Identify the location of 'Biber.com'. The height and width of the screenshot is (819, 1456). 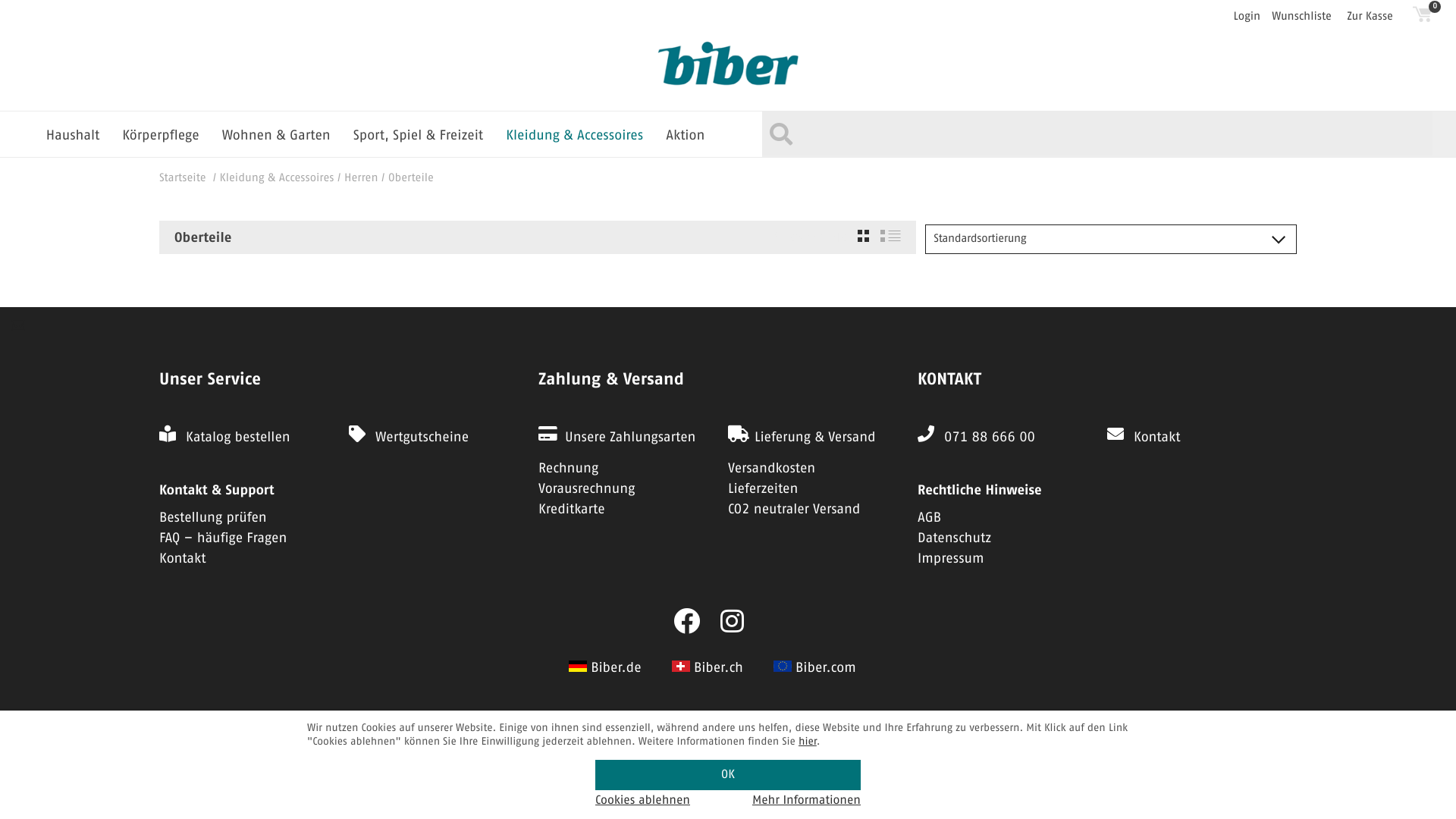
(825, 667).